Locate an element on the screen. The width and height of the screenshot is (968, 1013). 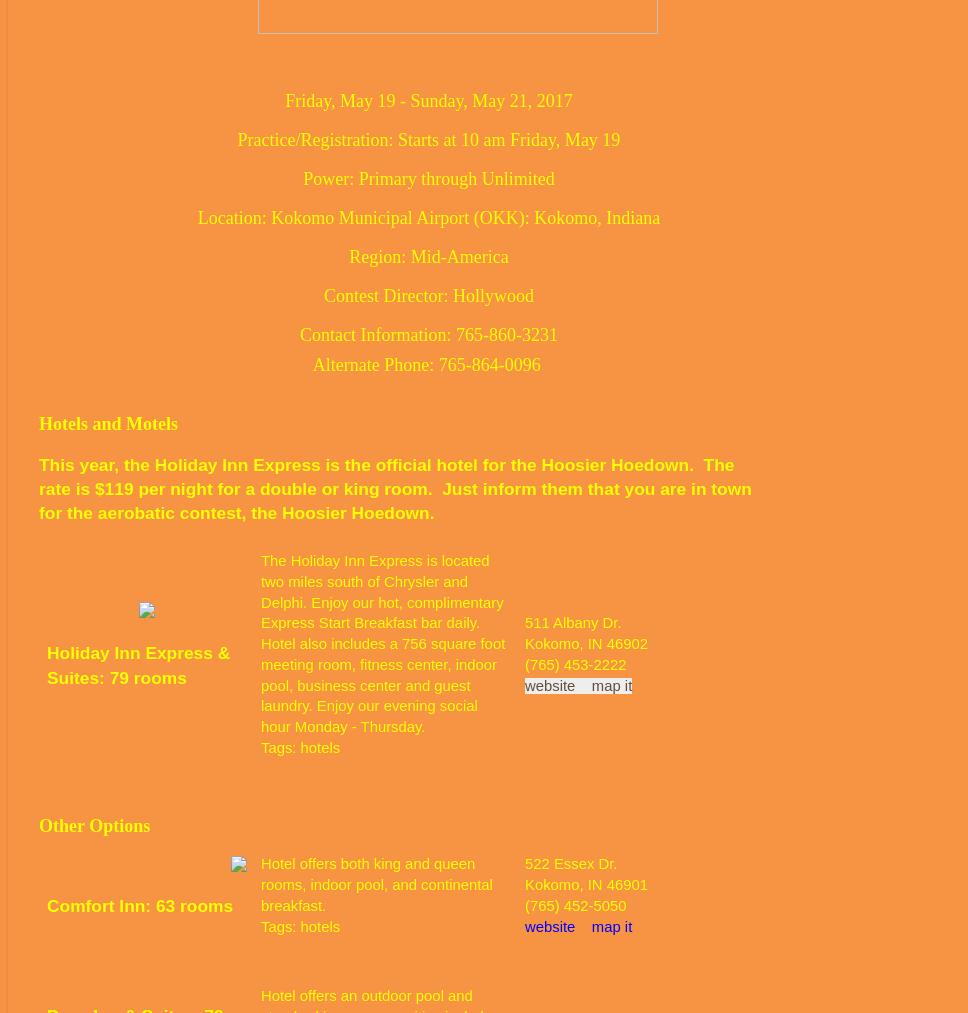
'Holiday Inn Express & Suites: 79 rooms' is located at coordinates (137, 664).